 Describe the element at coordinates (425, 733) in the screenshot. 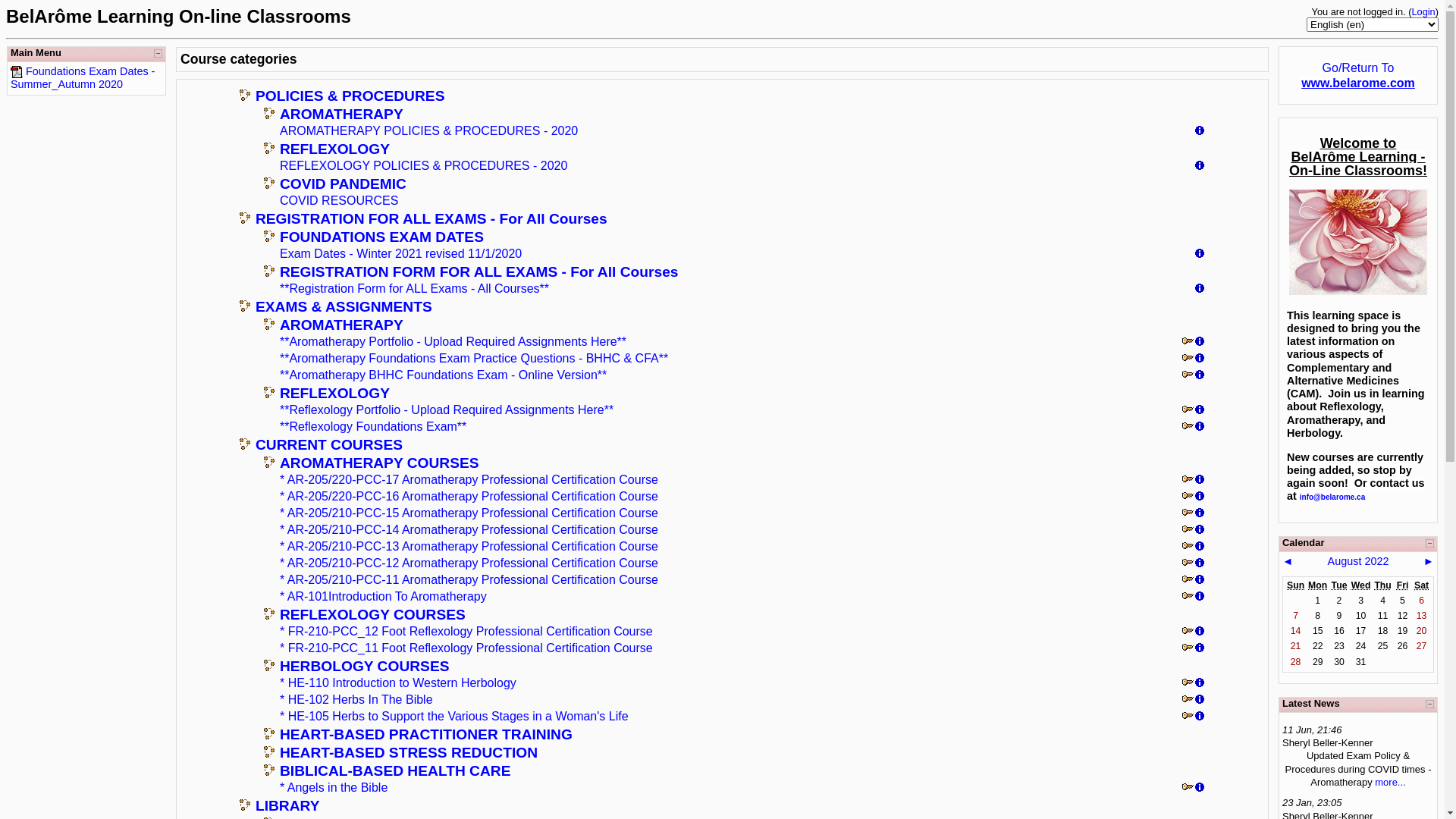

I see `'HEART-BASED PRACTITIONER TRAINING'` at that location.